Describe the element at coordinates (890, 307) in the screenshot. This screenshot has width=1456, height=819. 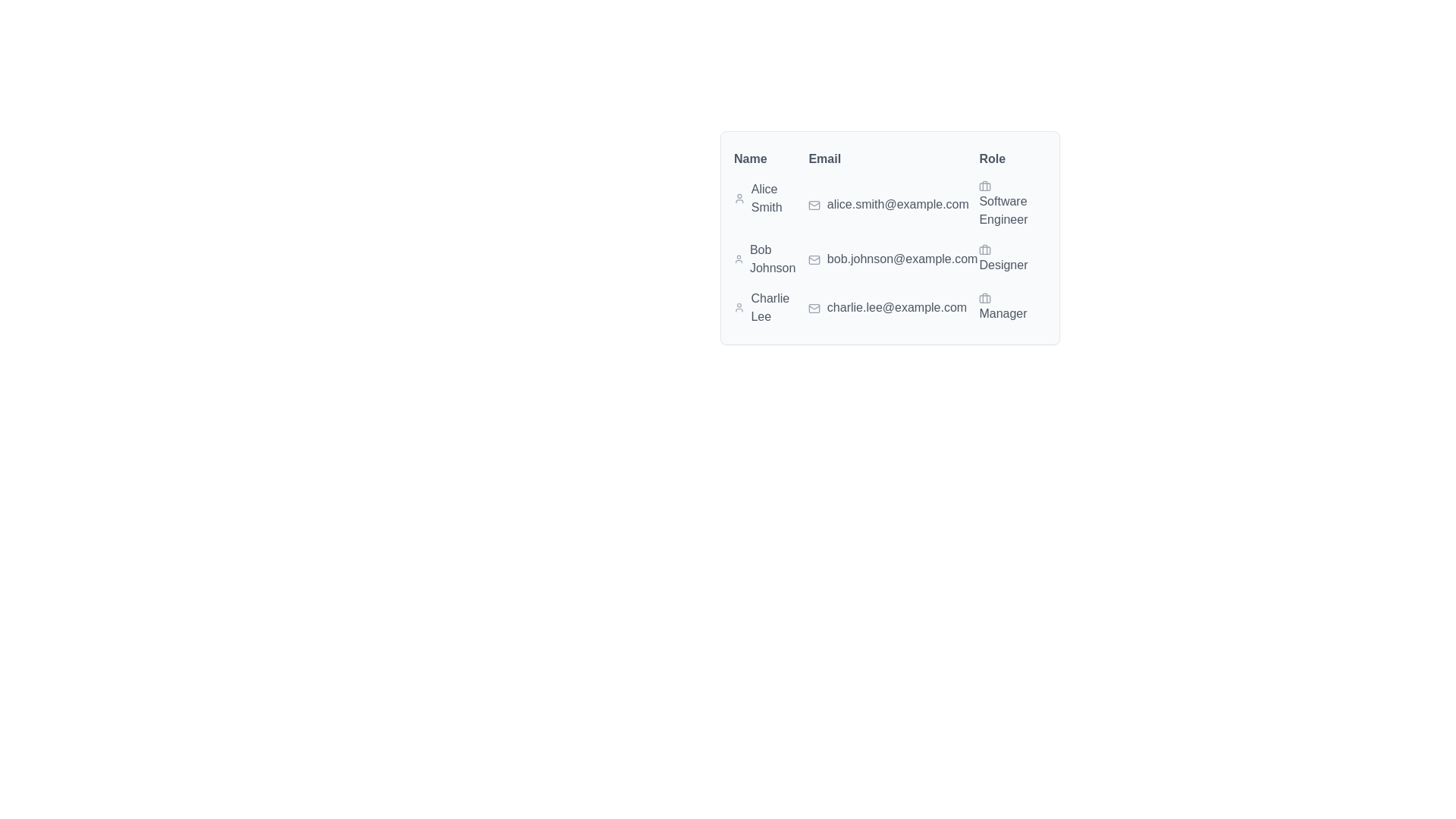
I see `the List item at the bottom row of the user details table` at that location.